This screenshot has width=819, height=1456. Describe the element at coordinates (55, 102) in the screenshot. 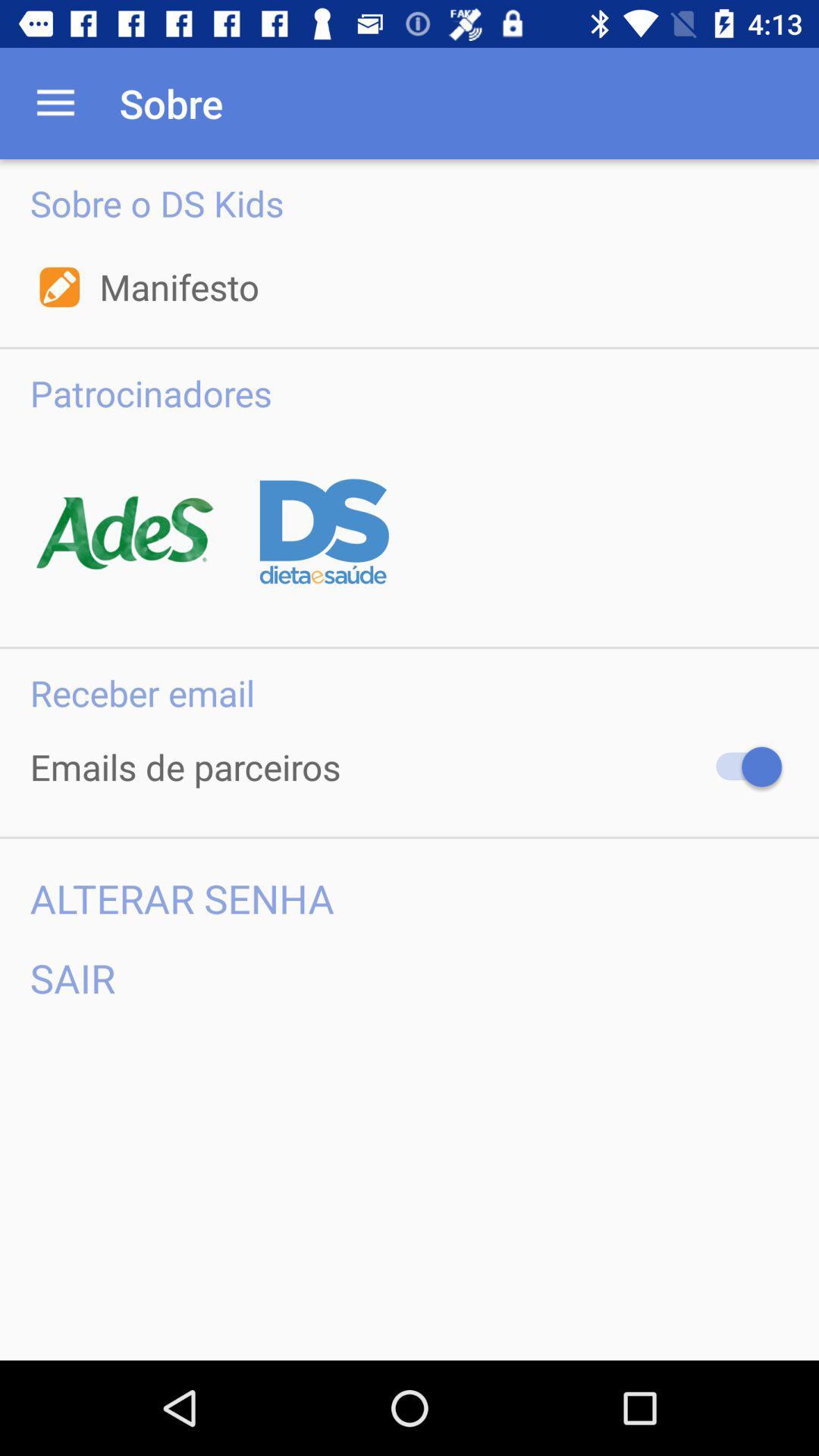

I see `the item above the sobre o ds` at that location.